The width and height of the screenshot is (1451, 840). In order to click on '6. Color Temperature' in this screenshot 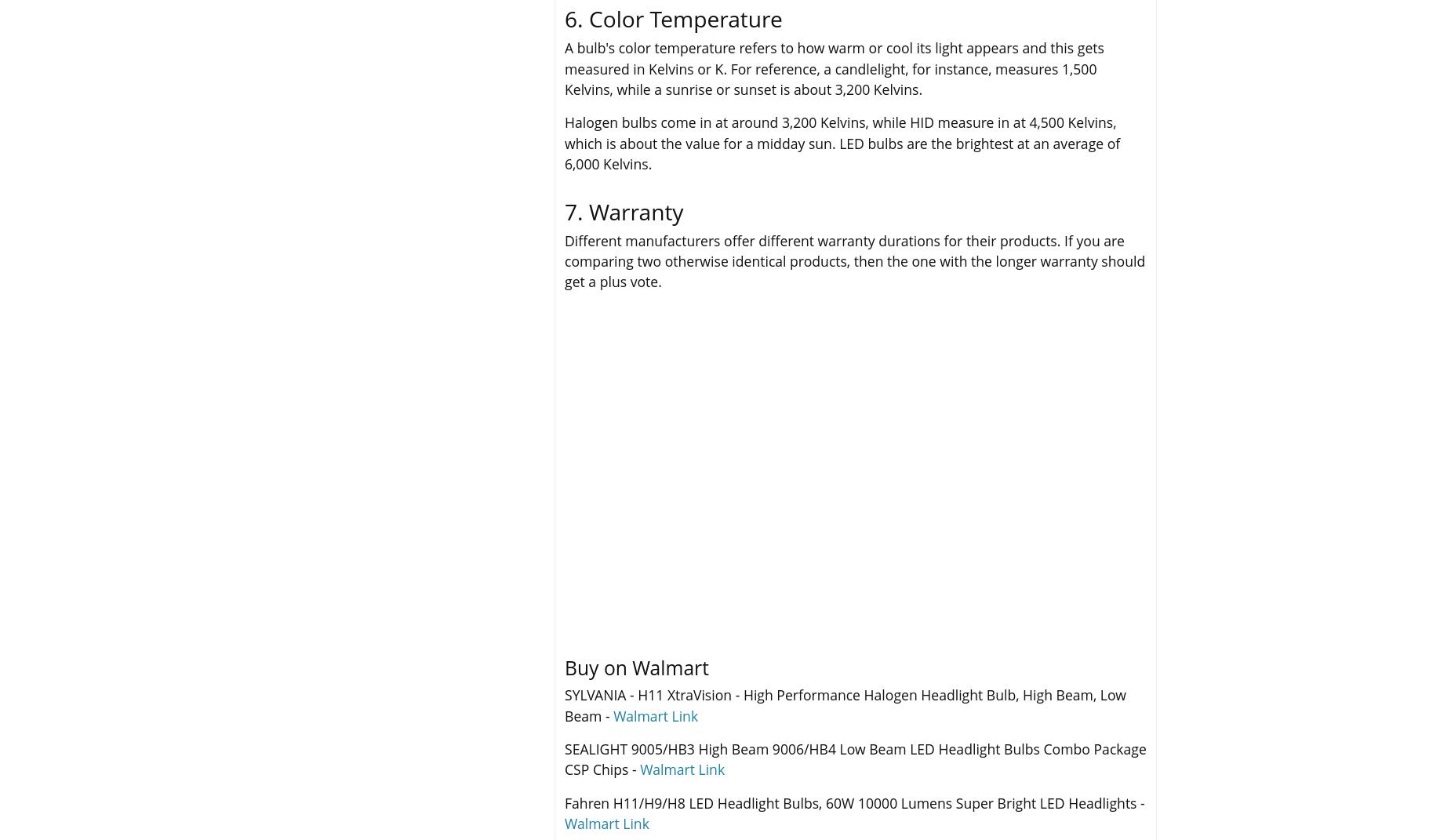, I will do `click(673, 17)`.